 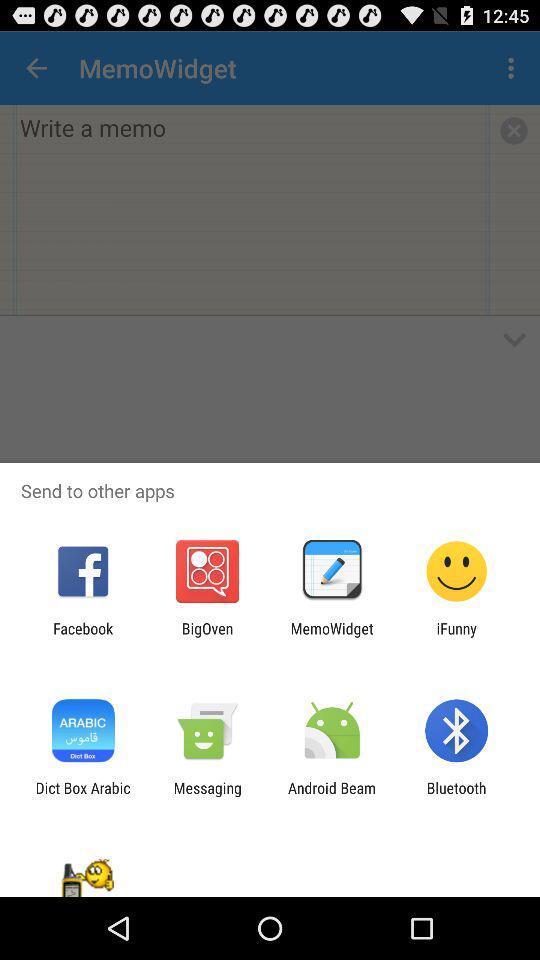 I want to click on the icon next to messaging app, so click(x=332, y=796).